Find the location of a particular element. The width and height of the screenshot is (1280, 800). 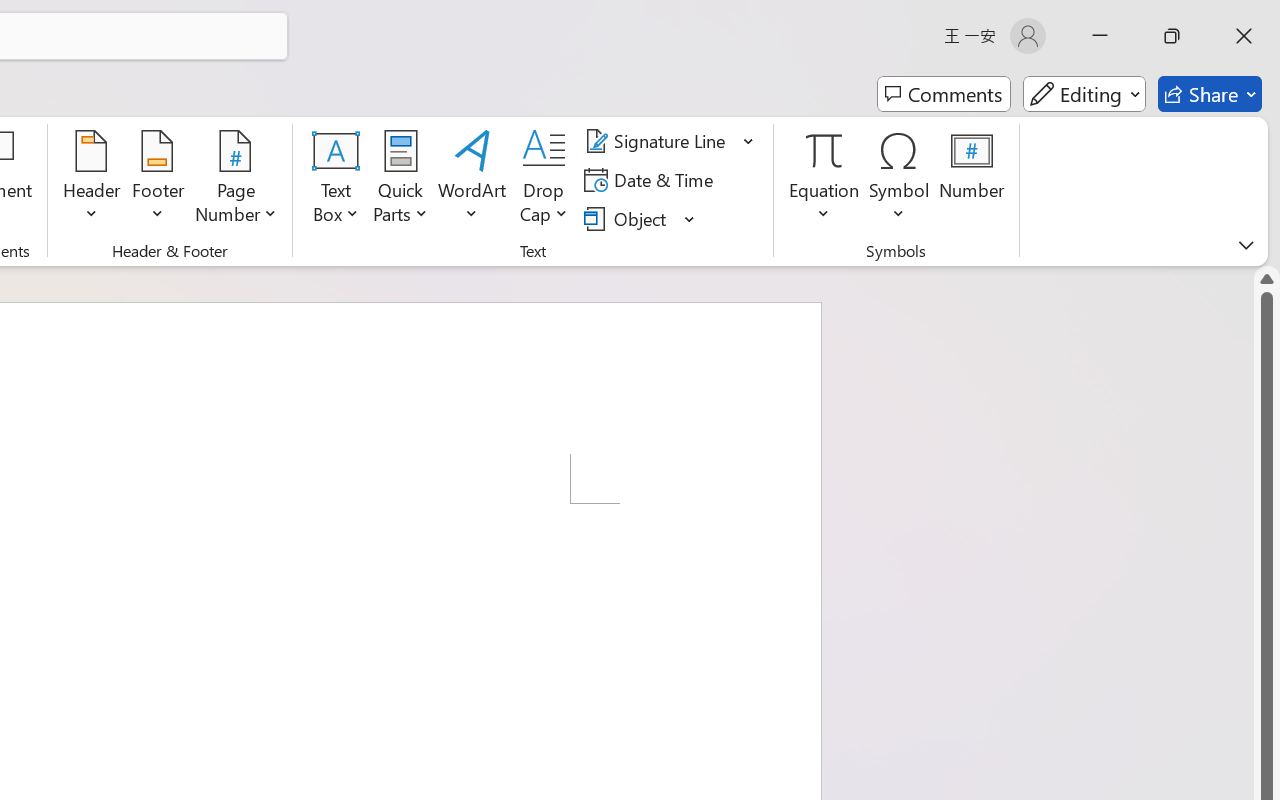

'Object...' is located at coordinates (627, 218).